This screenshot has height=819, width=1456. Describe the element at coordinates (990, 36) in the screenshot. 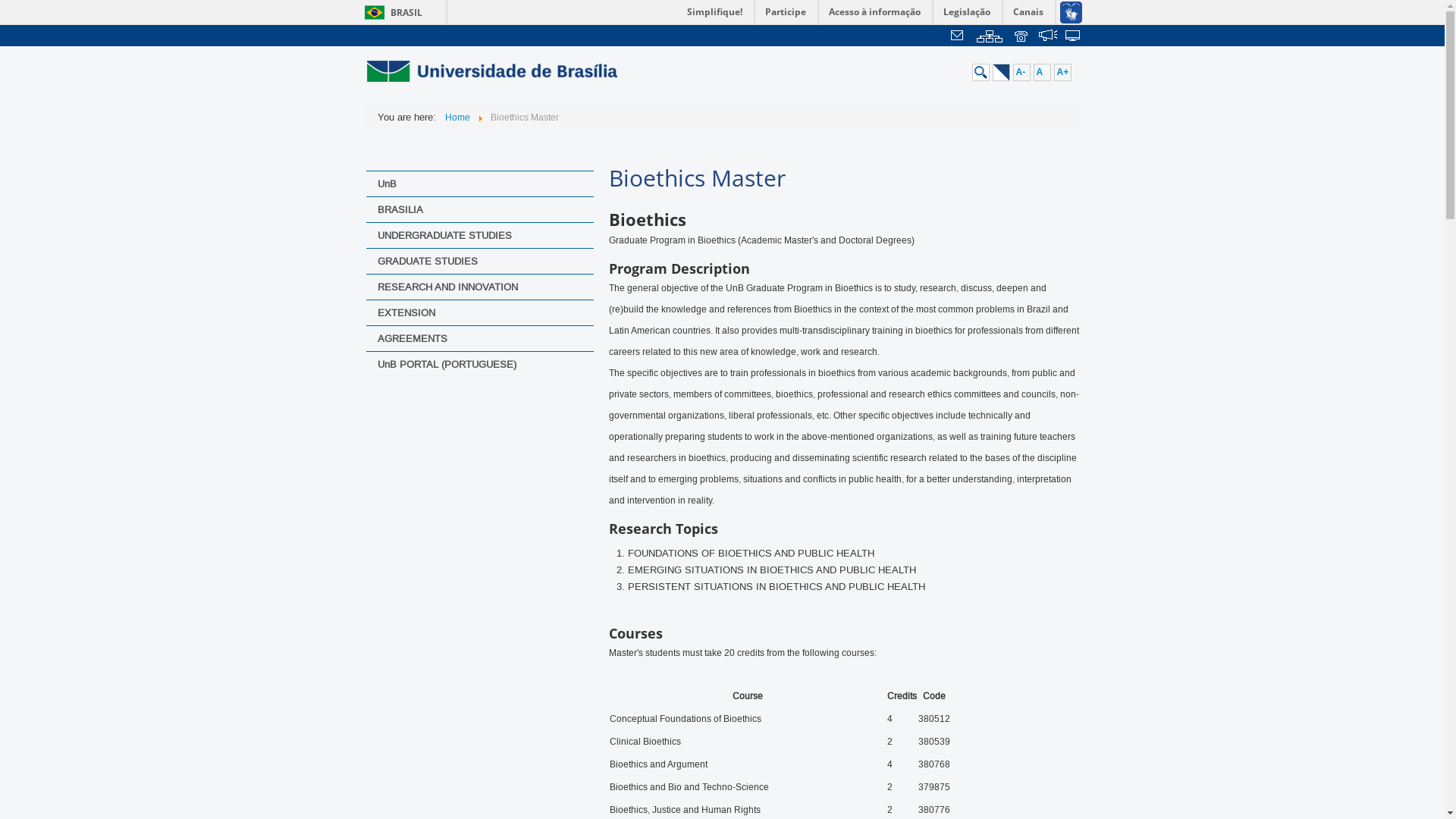

I see `'Mapa do Site'` at that location.